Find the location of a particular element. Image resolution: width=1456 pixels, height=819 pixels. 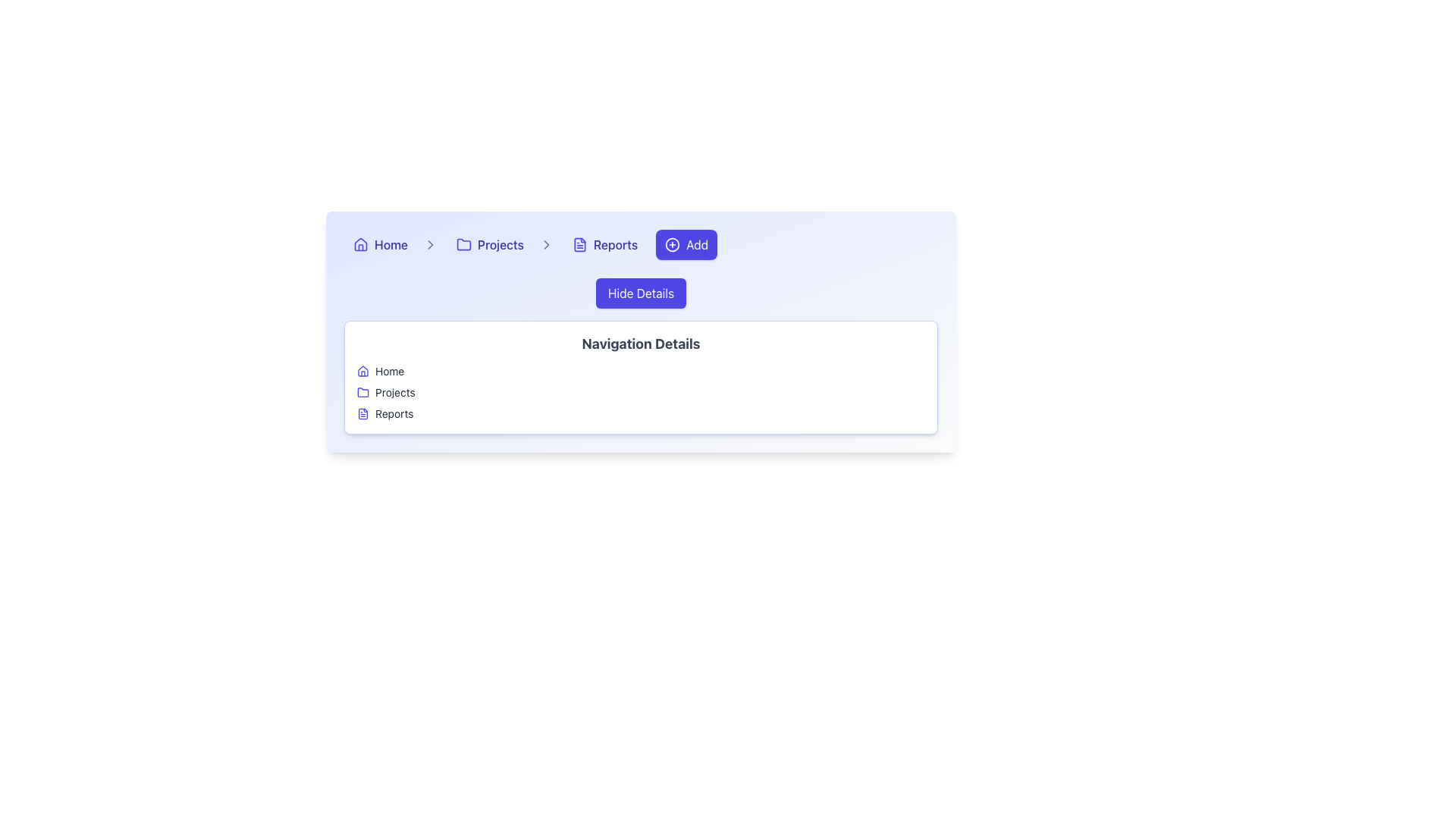

the 'Projects' icon, which symbolizes the concept of 'Projects' and is located to the left of the 'Projects' text is located at coordinates (362, 391).